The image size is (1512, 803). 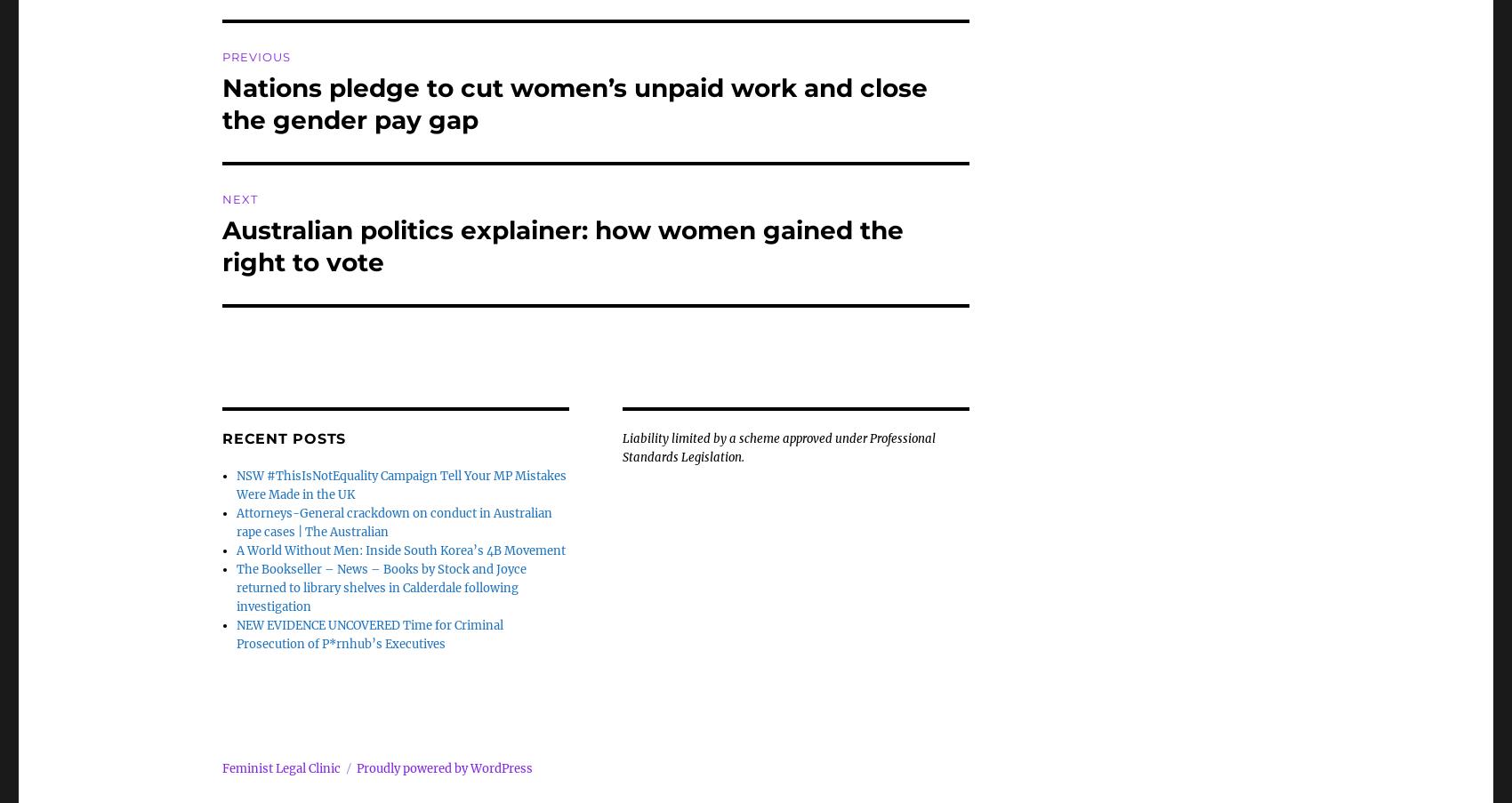 What do you see at coordinates (779, 447) in the screenshot?
I see `'Liability limited by a scheme approved under Professional Standards Legislation.'` at bounding box center [779, 447].